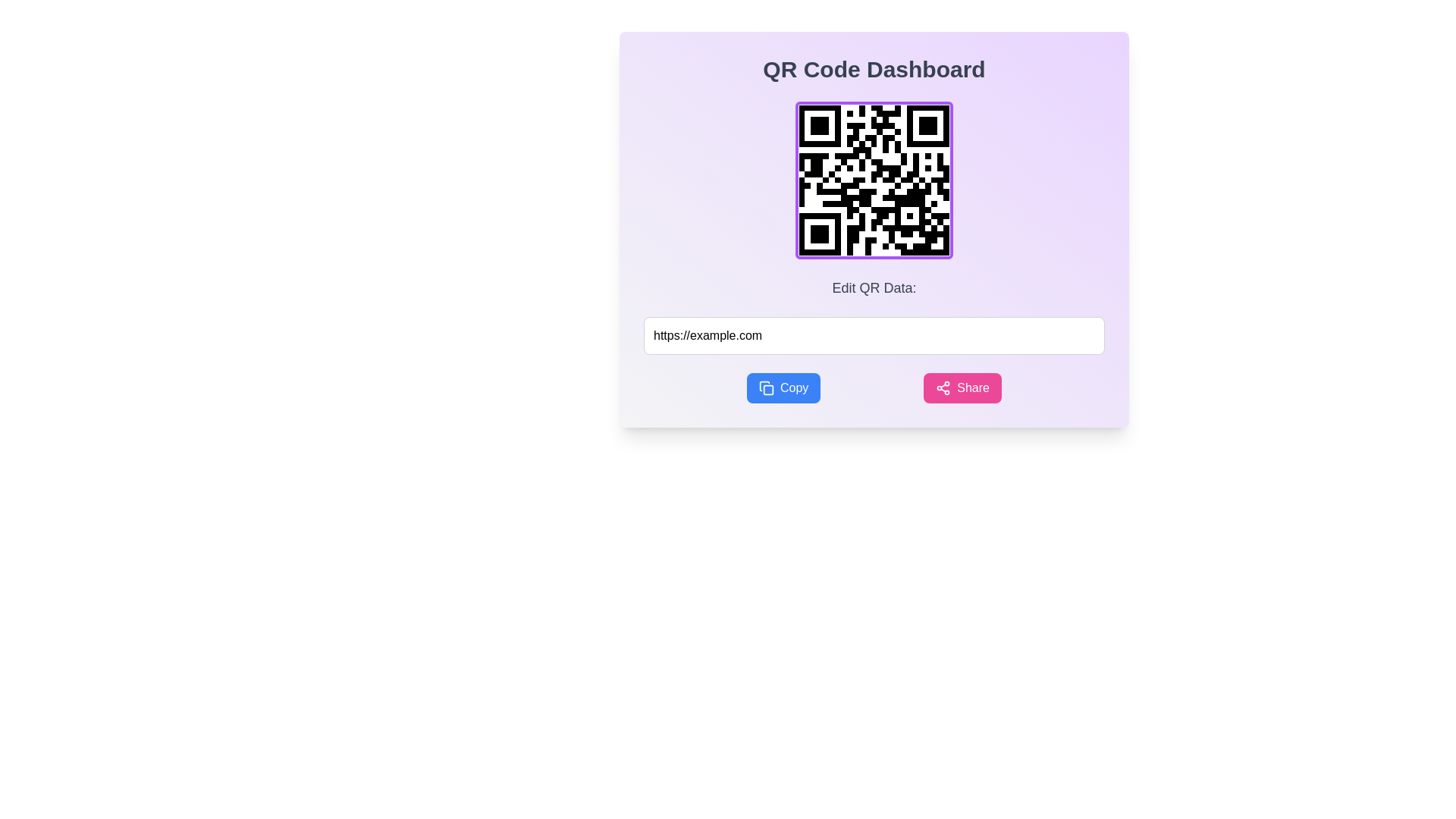 The image size is (1456, 819). I want to click on the copy icon located inside the blue 'Copy' button, positioned to the left of the button text, at the center of the button, so click(766, 388).